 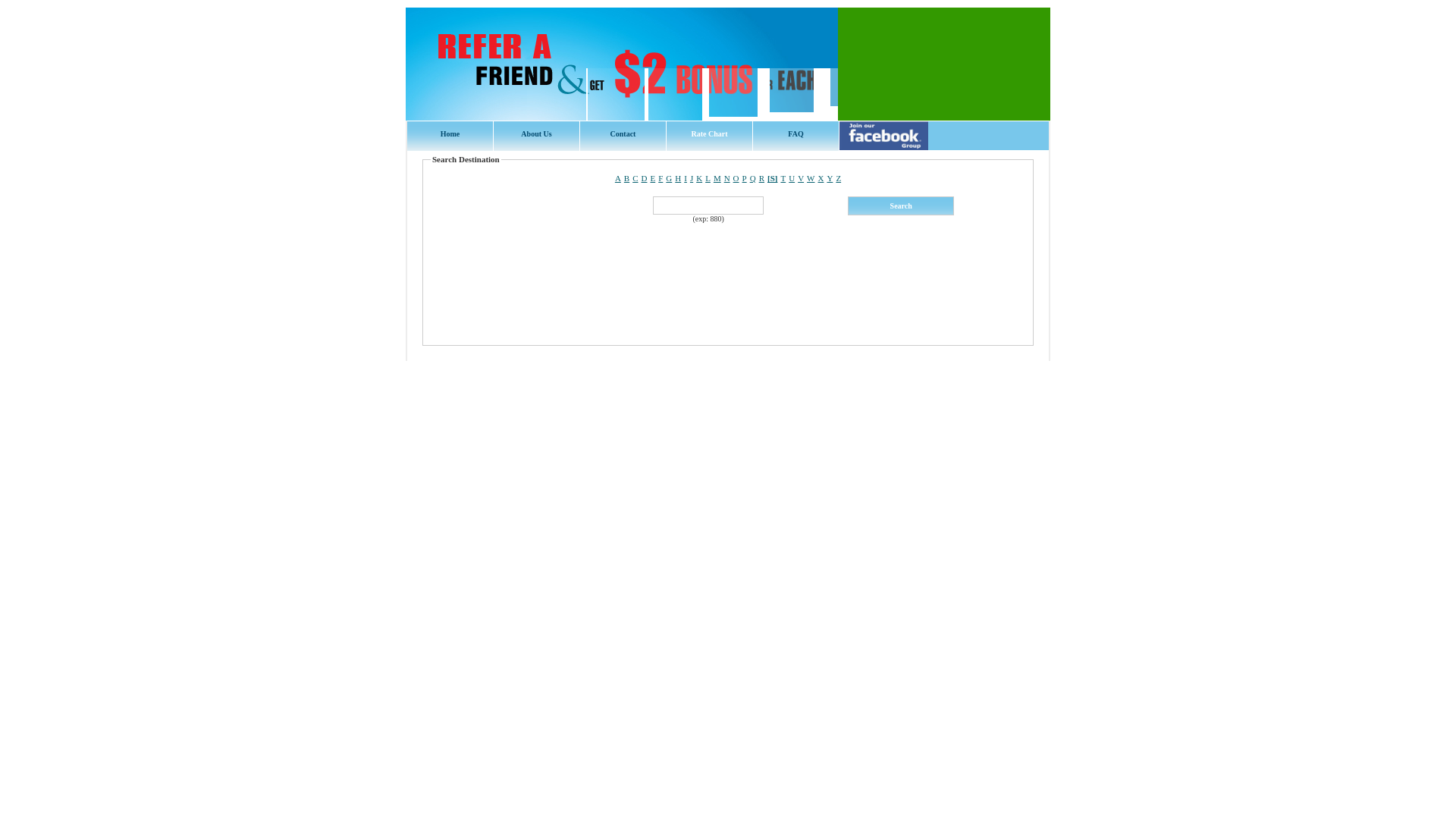 I want to click on 'U', so click(x=790, y=177).